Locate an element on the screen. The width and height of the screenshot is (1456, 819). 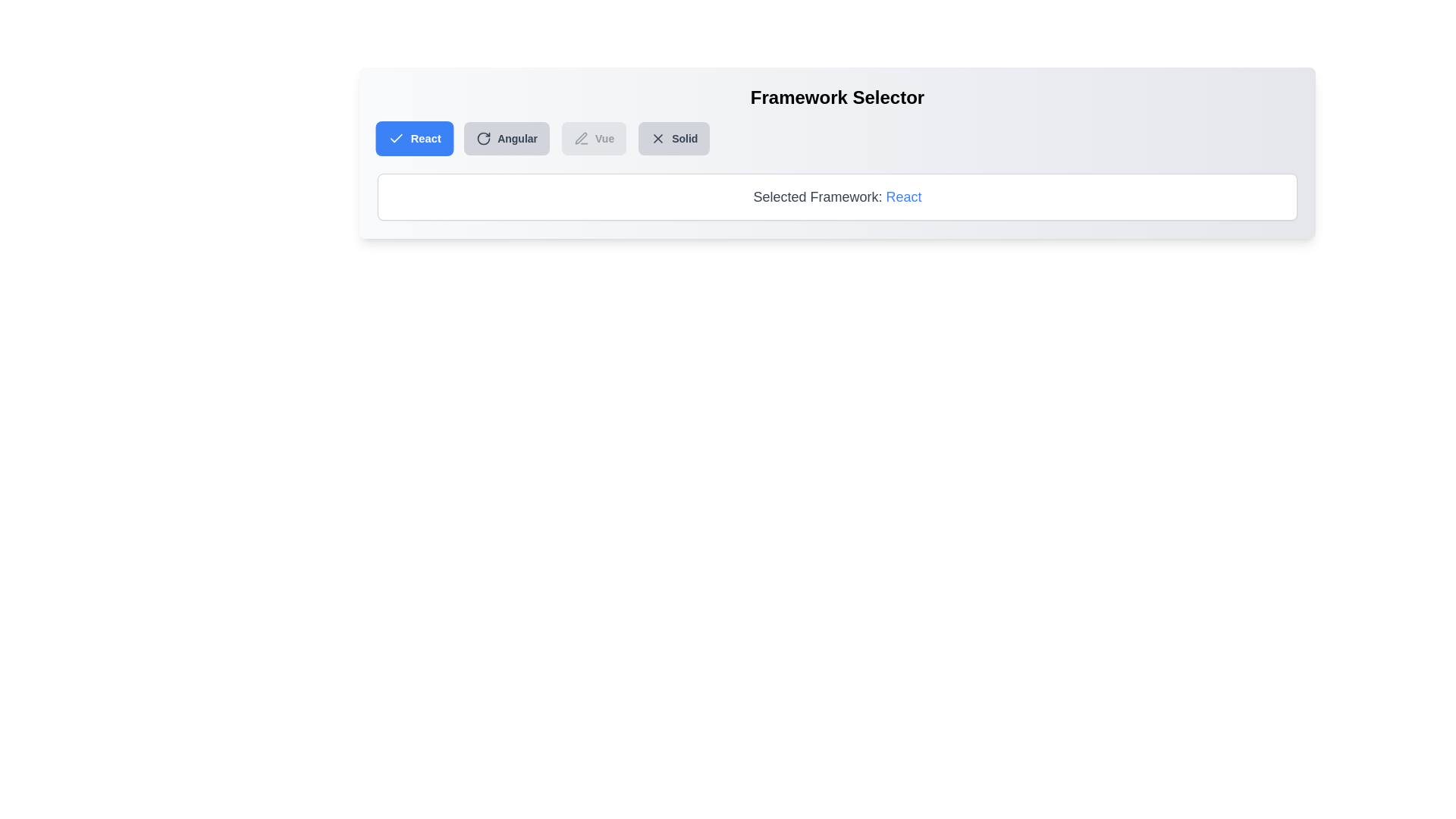
the 'Solid' button, which is a rectangular button with rounded corners, light gray background, and dark gray text, prominently labeled 'Solid' with an 'X' icon to its left. It is located to the right of the 'Vue' button in a horizontal selection menu is located at coordinates (673, 138).